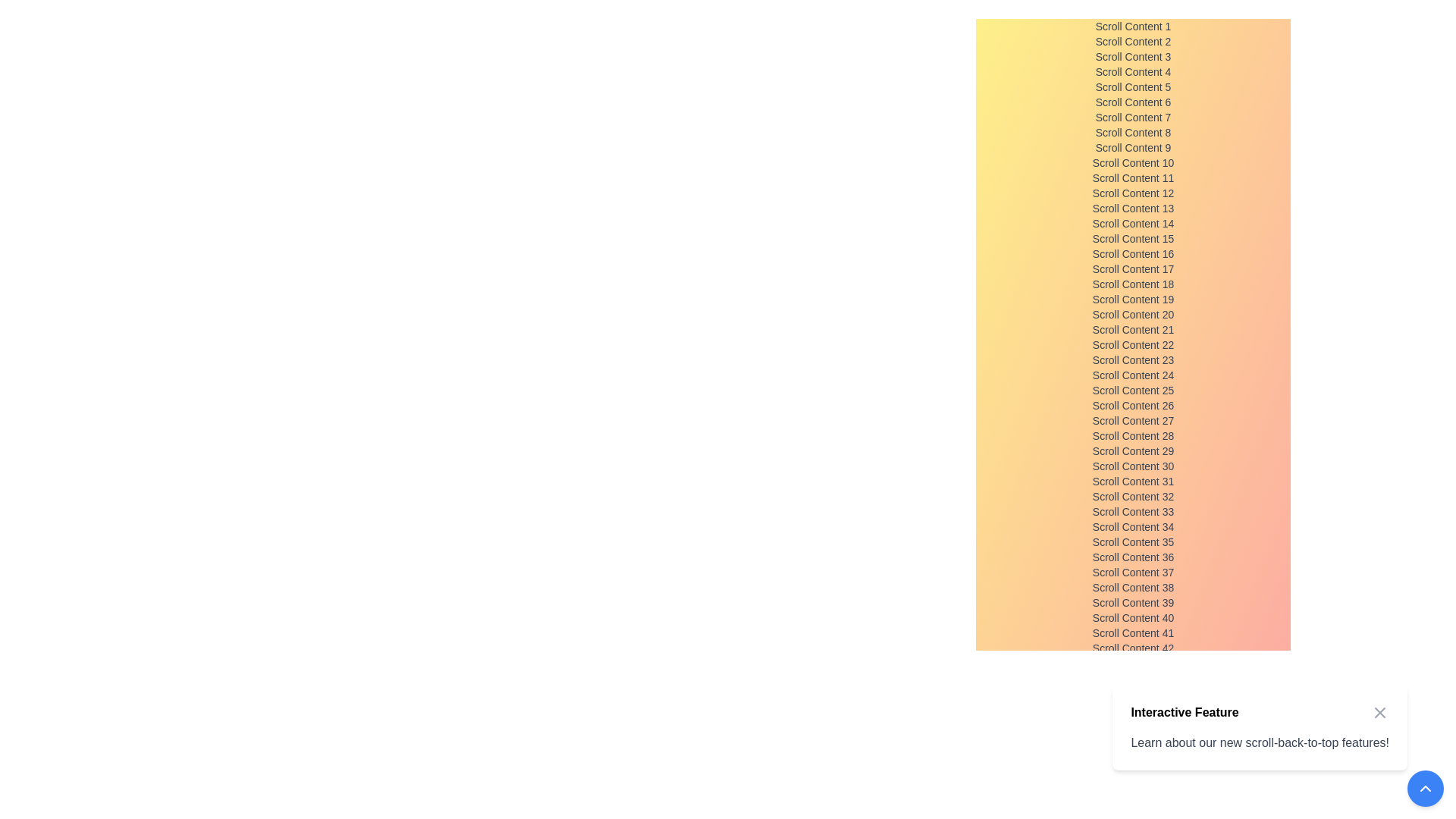  I want to click on the text label displaying 'Scroll Content 18' in gray font, located in a vertical list with a yellow to red background, so click(1133, 284).